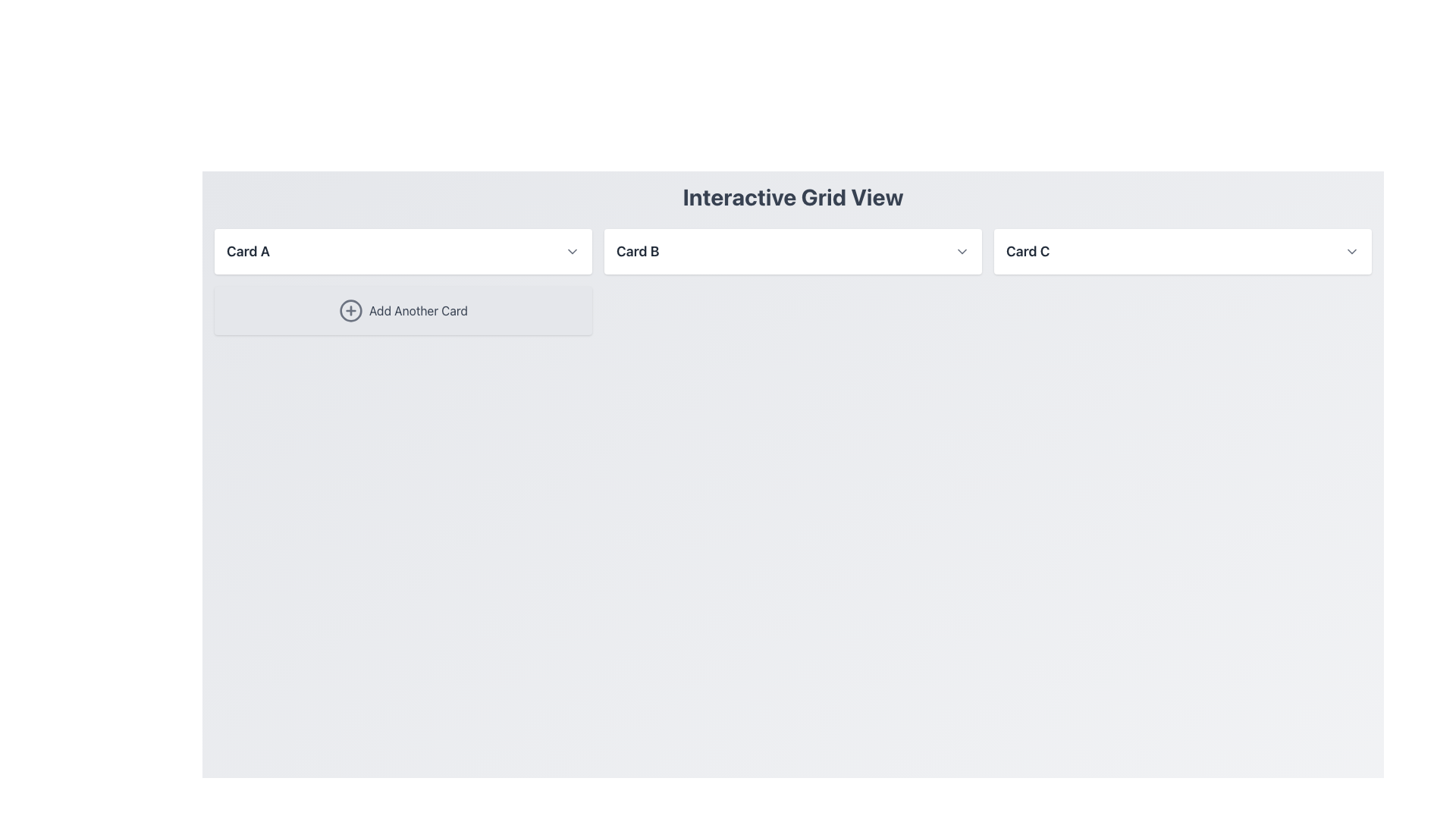 This screenshot has height=819, width=1456. Describe the element at coordinates (403, 309) in the screenshot. I see `the rectangular button labeled 'Add Another Card' with a plus icon, located in the first column and second row of the grid layout` at that location.